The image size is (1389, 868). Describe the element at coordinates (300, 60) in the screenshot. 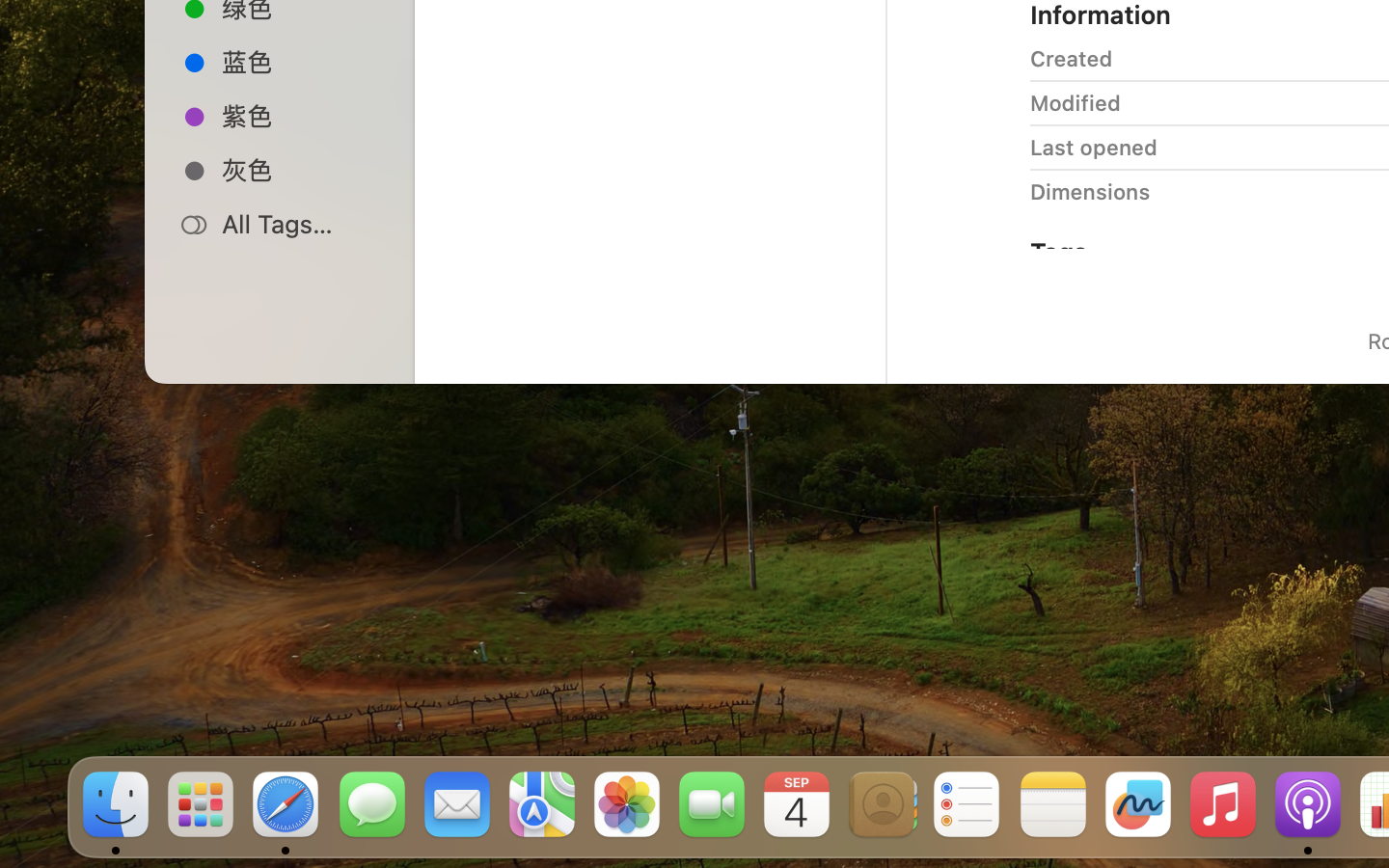

I see `'蓝色'` at that location.